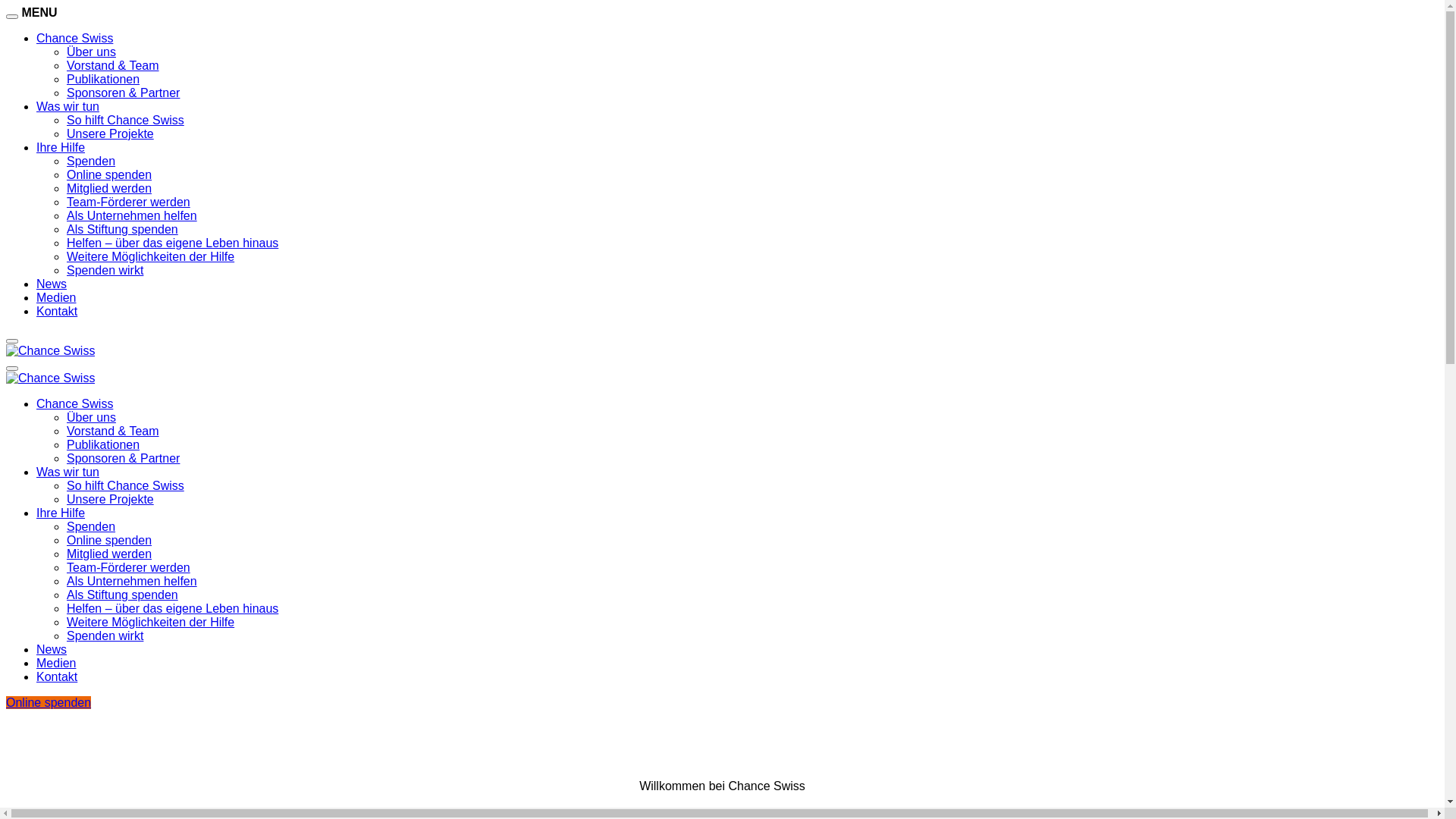 The width and height of the screenshot is (1456, 819). I want to click on 'Mitglied werden', so click(108, 554).